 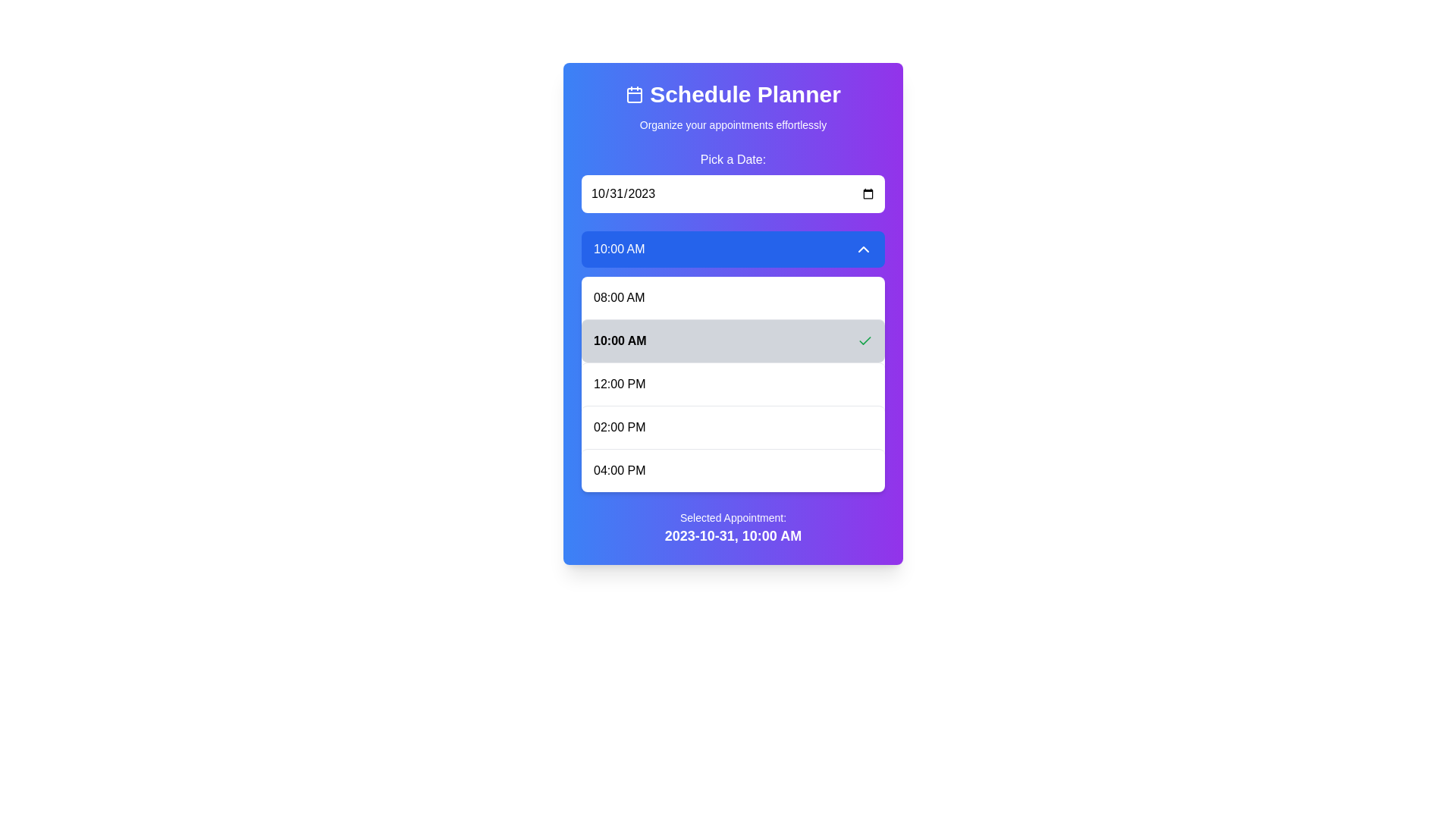 I want to click on the selectable list item for '12:00 PM' in the dropdown menu to choose this time slot, so click(x=733, y=383).